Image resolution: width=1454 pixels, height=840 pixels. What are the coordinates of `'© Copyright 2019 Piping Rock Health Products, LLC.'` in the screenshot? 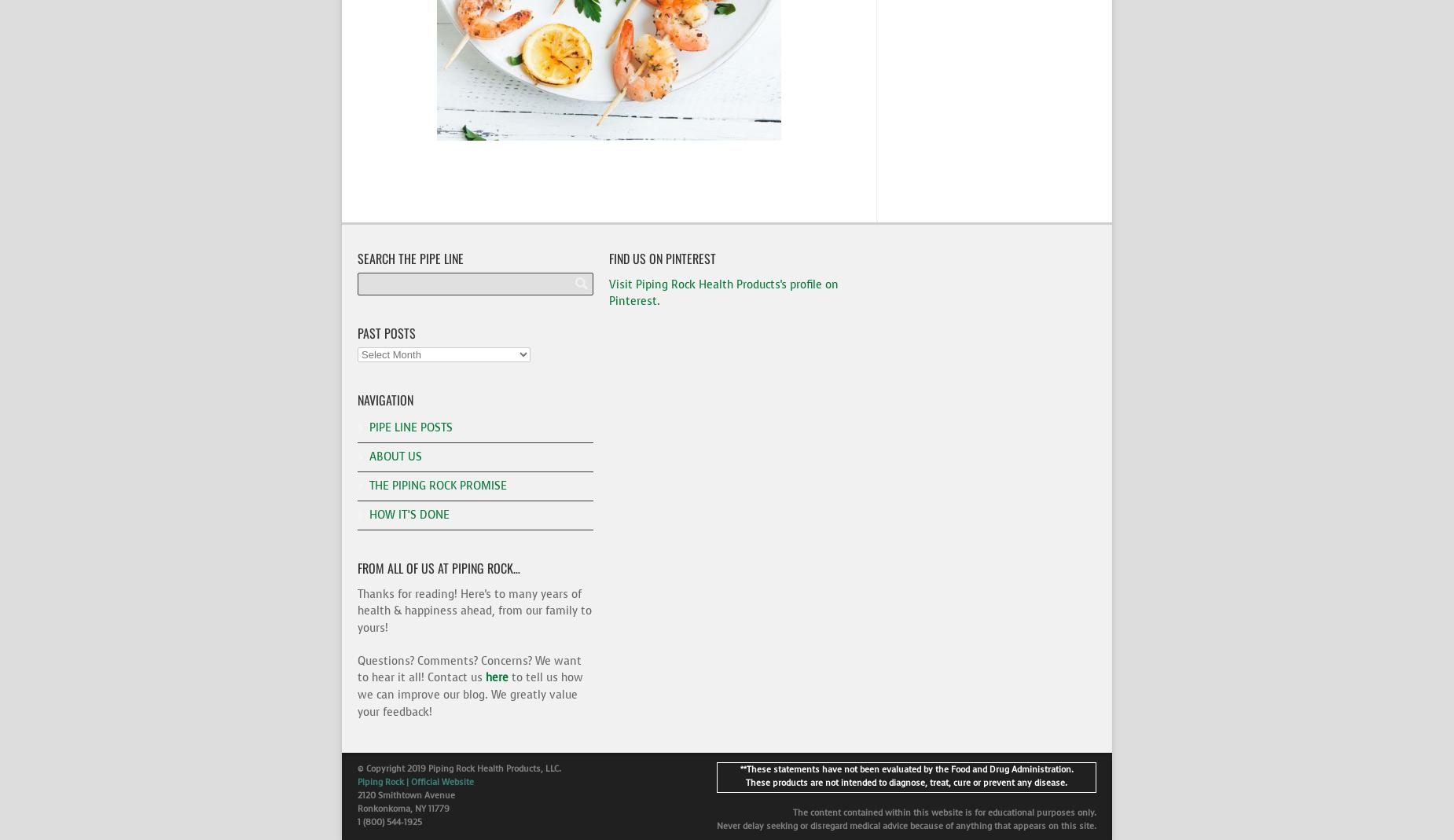 It's located at (459, 768).